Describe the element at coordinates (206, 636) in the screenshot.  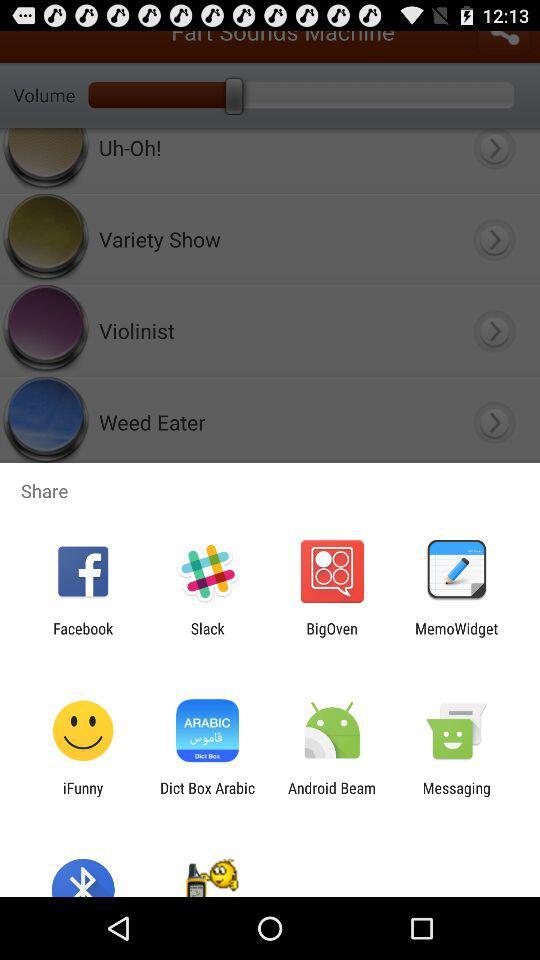
I see `icon to the left of the bigoven item` at that location.